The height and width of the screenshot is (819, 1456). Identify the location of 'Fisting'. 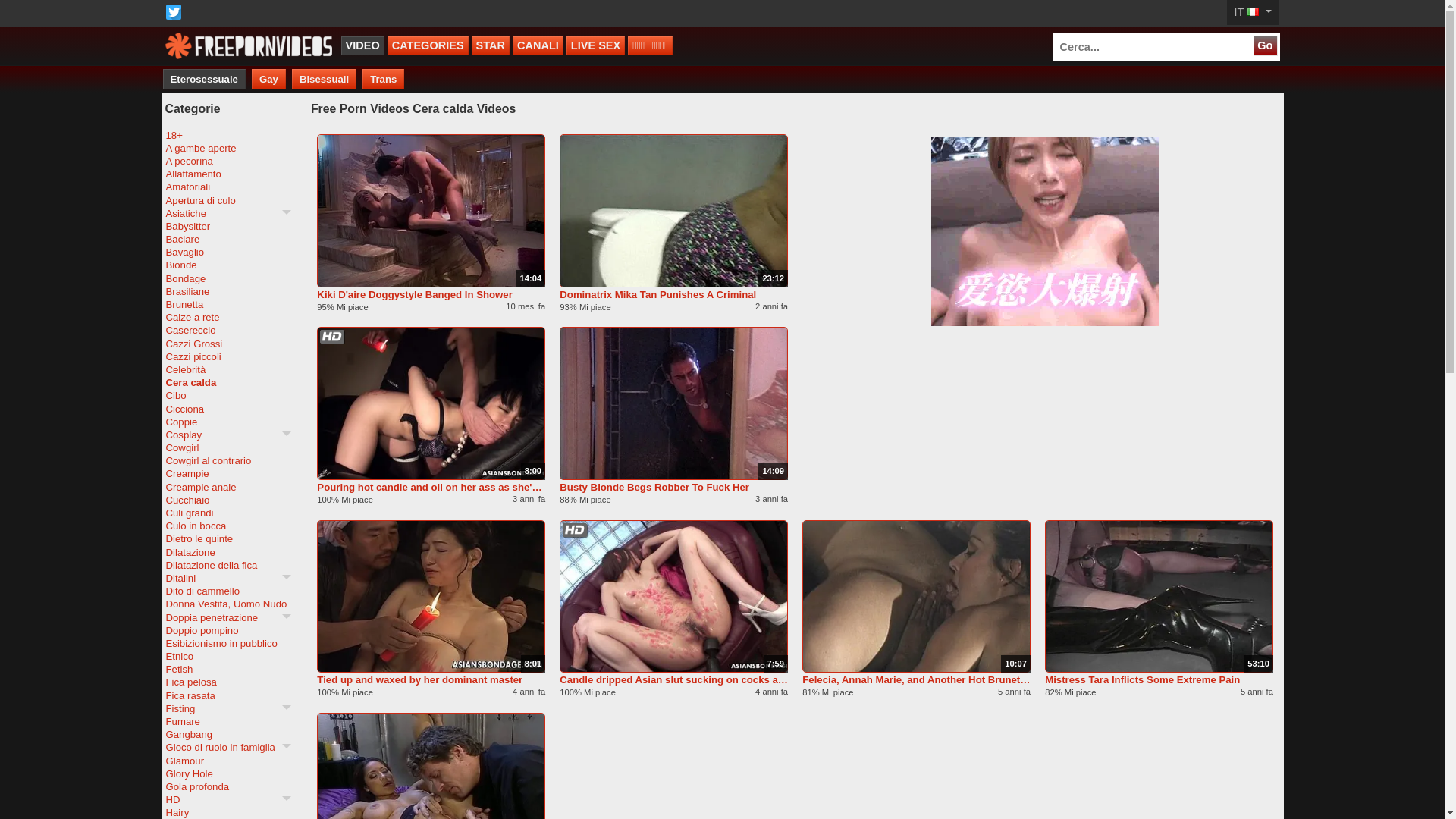
(165, 708).